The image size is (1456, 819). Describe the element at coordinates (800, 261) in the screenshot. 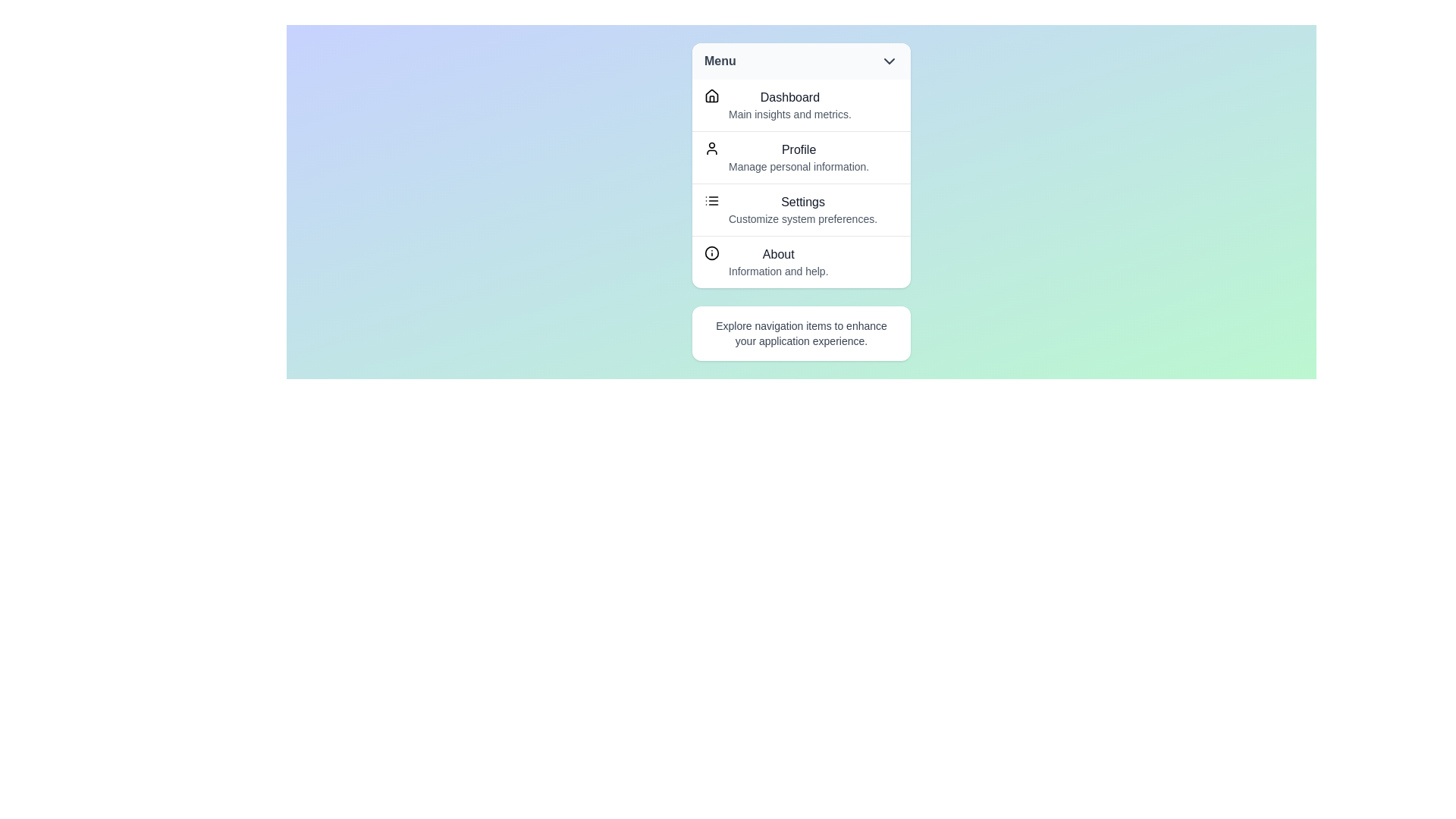

I see `the menu item labeled About` at that location.